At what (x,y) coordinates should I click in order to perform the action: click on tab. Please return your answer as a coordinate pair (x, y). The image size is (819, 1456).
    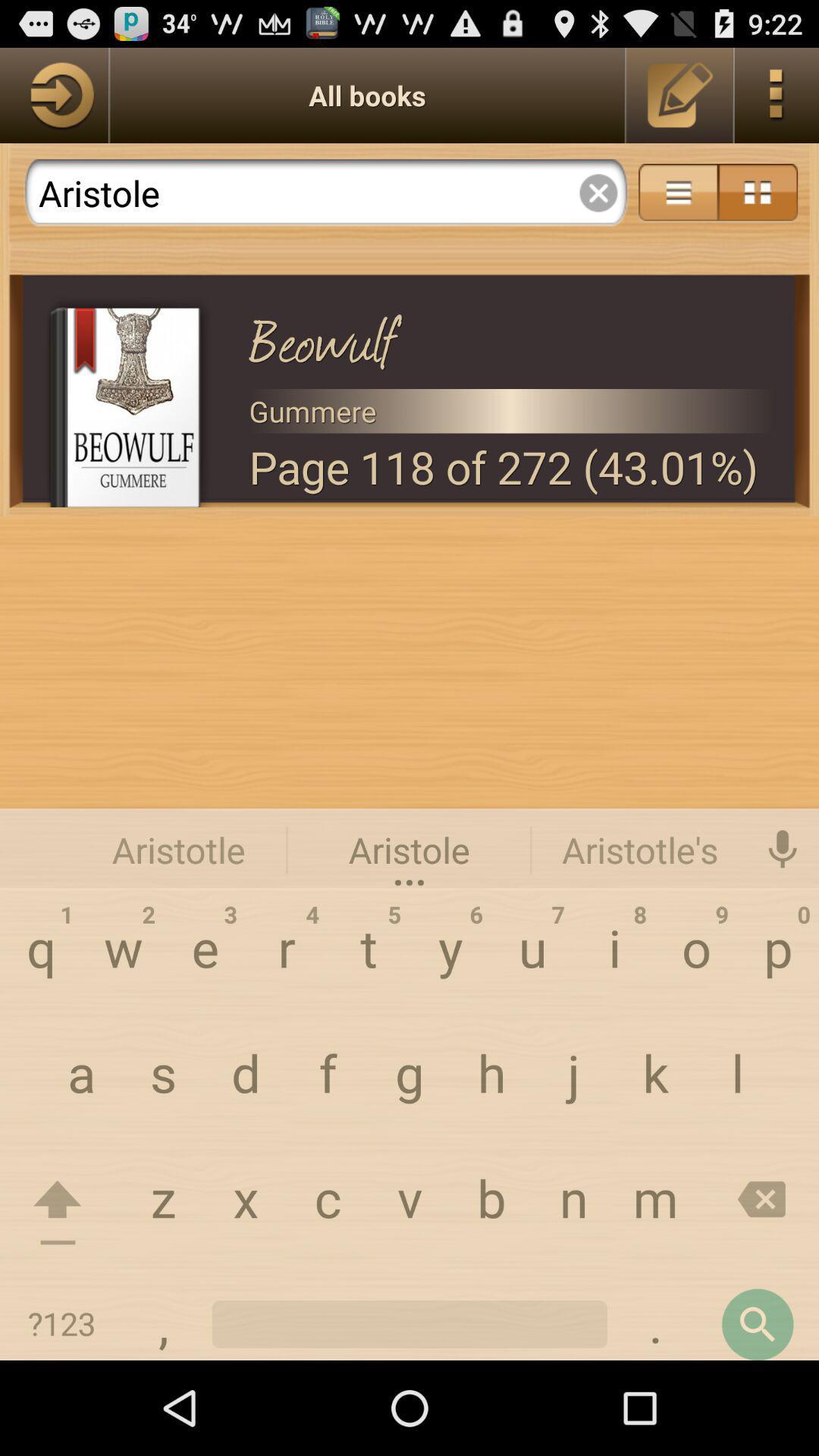
    Looking at the image, I should click on (598, 192).